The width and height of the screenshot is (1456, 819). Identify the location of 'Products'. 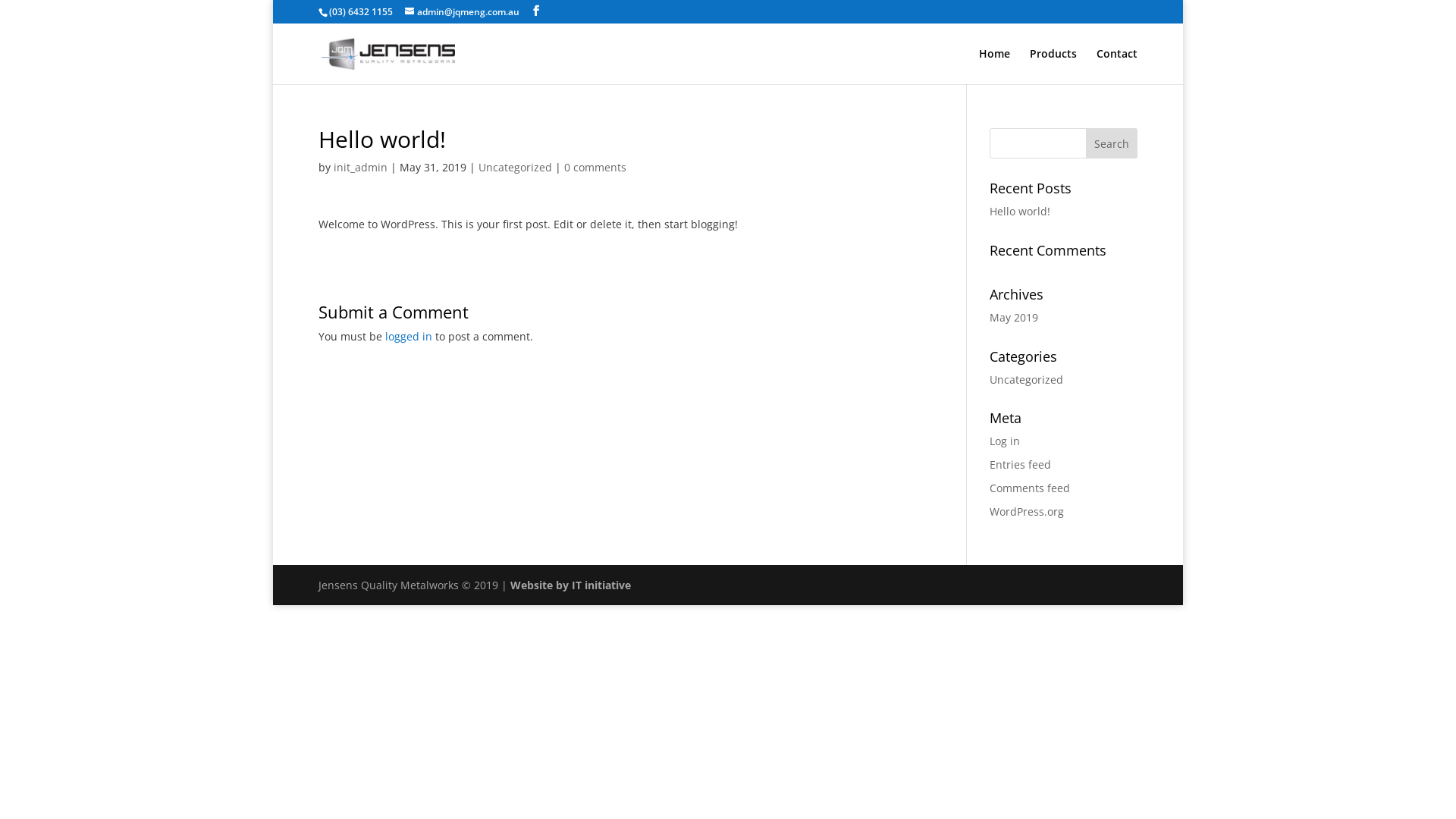
(1030, 65).